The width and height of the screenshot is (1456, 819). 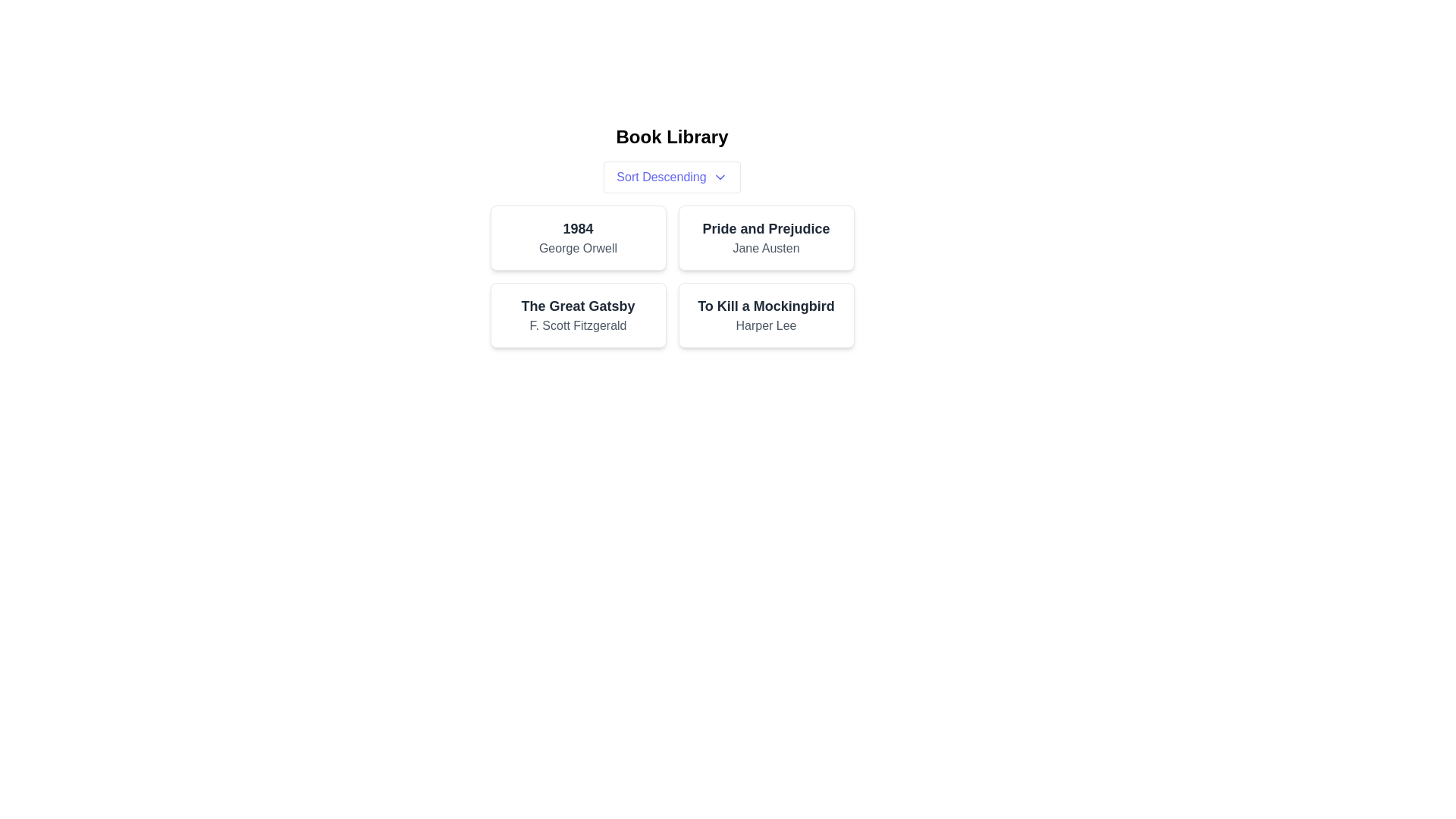 What do you see at coordinates (661, 177) in the screenshot?
I see `the 'Sort Descending' text label within the dropdown menu to interact with the sorting options` at bounding box center [661, 177].